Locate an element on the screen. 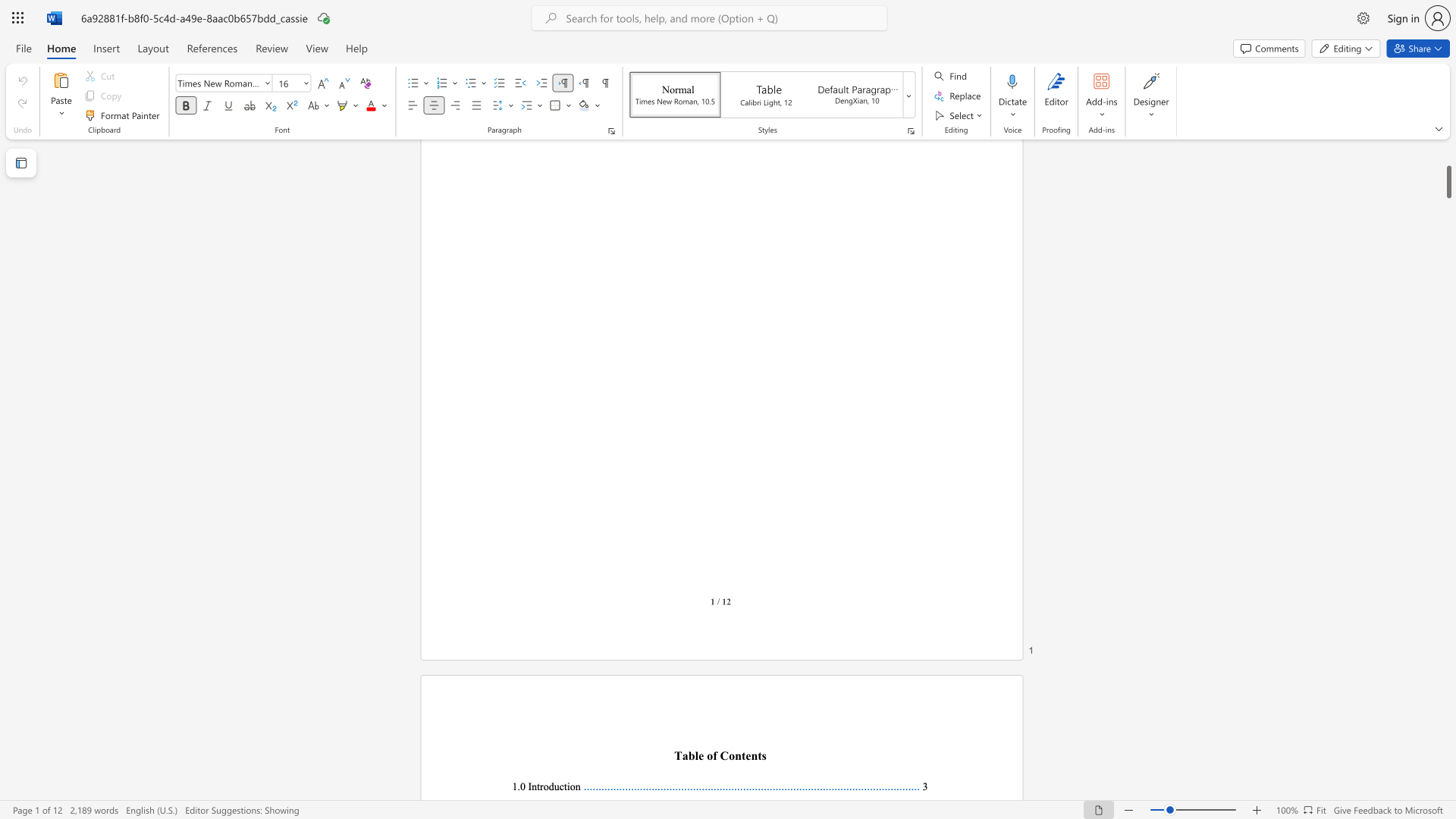 The image size is (1456, 819). the scrollbar and move up 40 pixels is located at coordinates (1448, 181).